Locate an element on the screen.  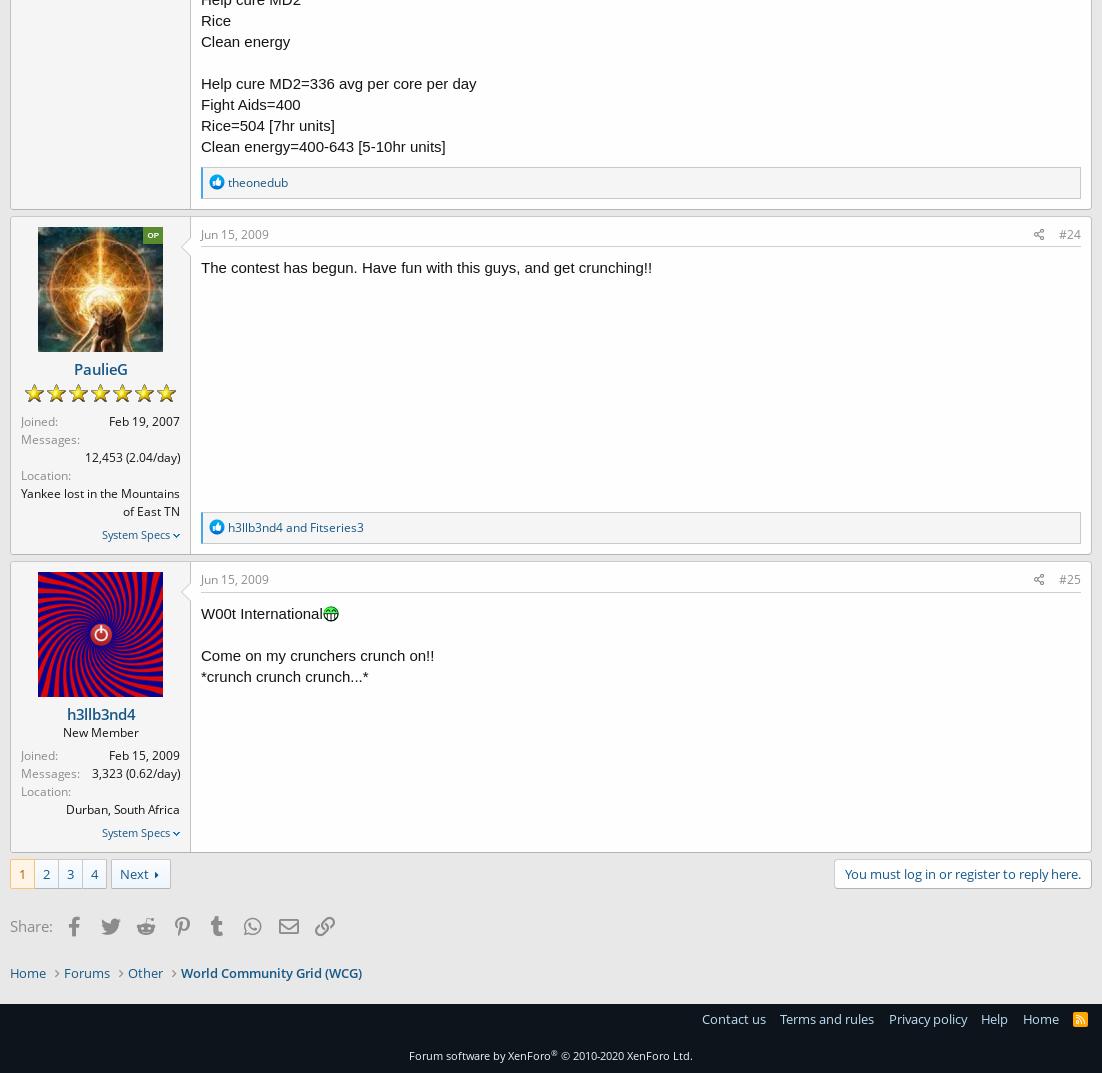
'Feb 19, 2007' is located at coordinates (143, 420).